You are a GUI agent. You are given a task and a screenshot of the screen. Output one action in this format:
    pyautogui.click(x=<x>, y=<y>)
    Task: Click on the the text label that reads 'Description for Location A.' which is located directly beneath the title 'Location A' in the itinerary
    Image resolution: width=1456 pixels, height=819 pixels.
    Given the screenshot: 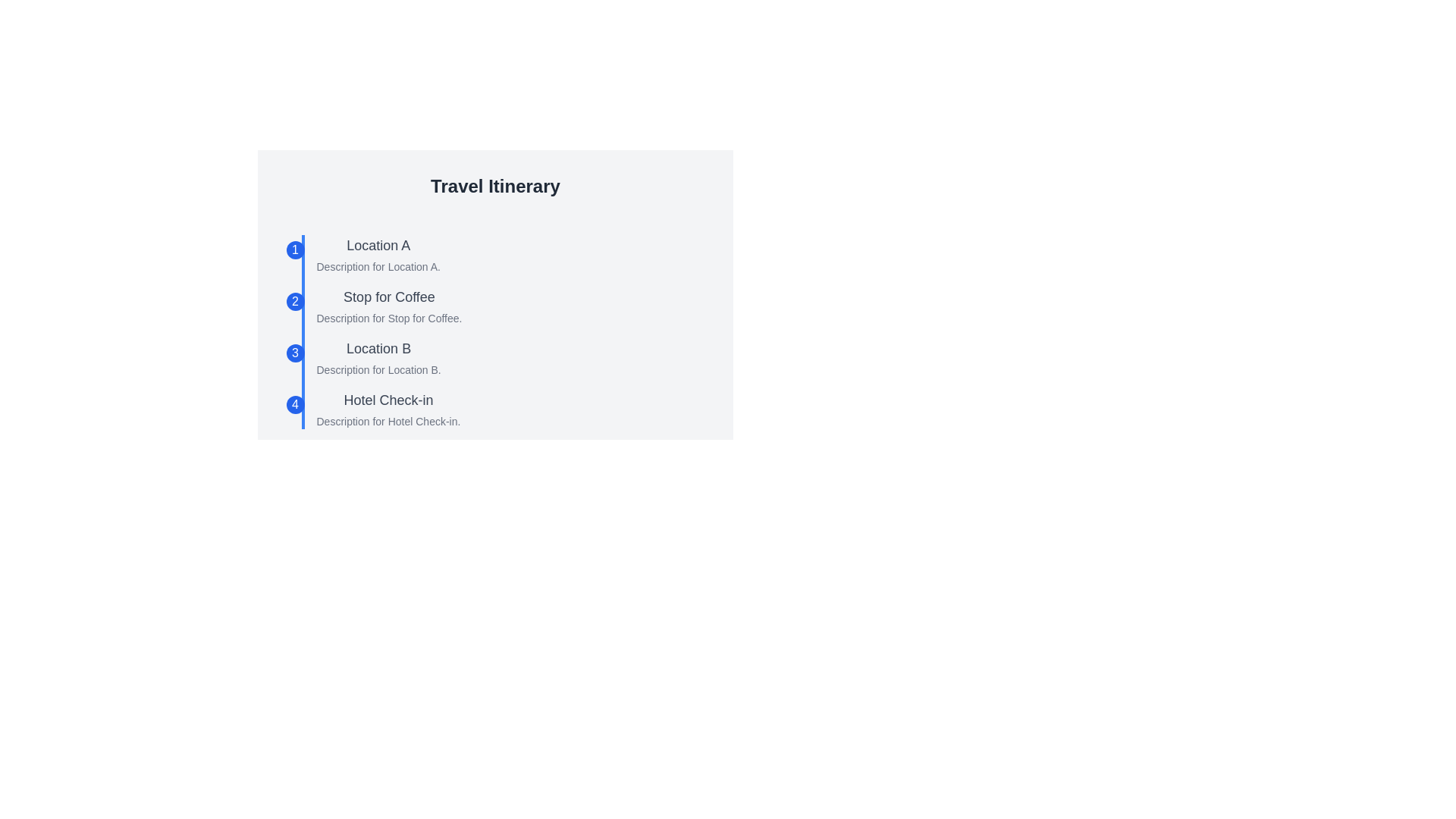 What is the action you would take?
    pyautogui.click(x=378, y=265)
    